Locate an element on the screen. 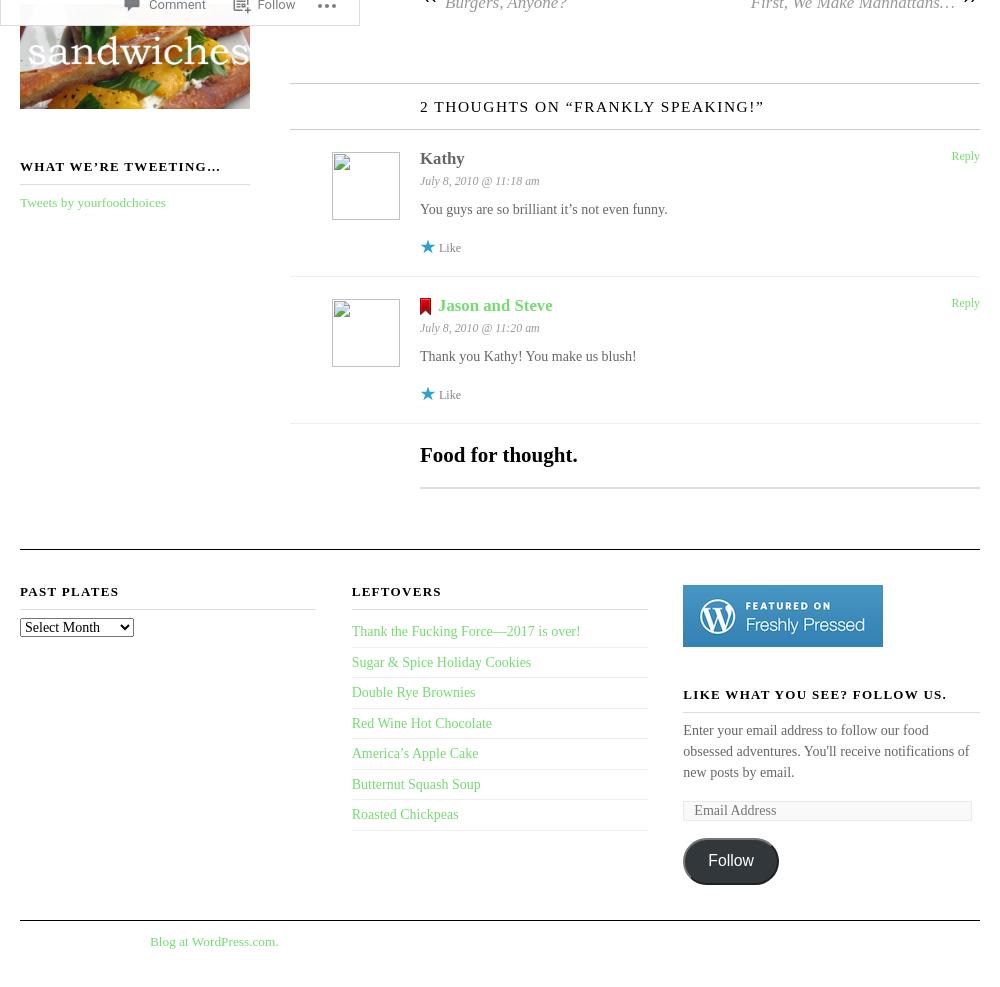  'Blog at WordPress.com.' is located at coordinates (150, 940).